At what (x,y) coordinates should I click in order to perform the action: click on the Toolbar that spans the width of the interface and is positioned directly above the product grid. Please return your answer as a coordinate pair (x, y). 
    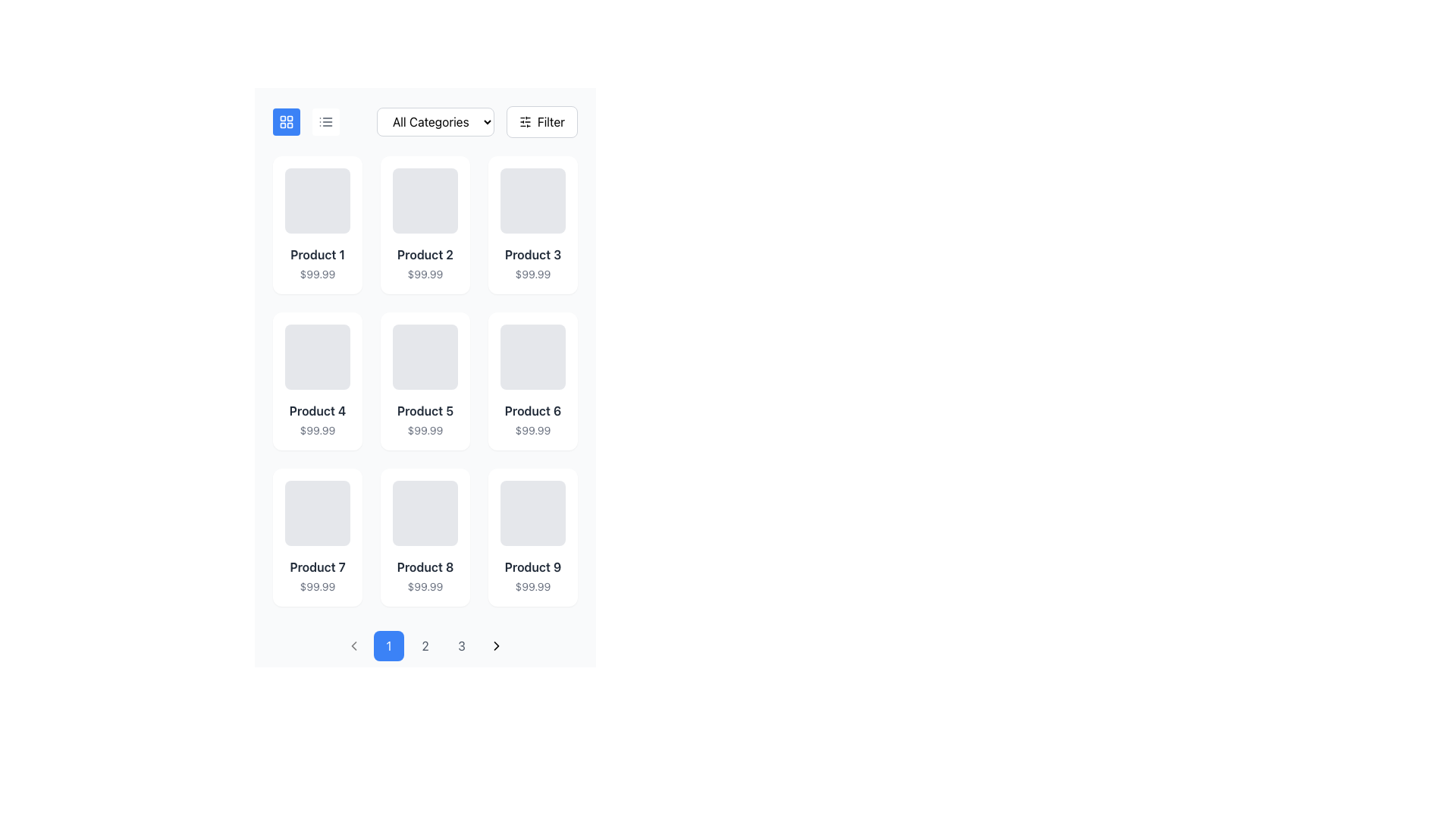
    Looking at the image, I should click on (425, 121).